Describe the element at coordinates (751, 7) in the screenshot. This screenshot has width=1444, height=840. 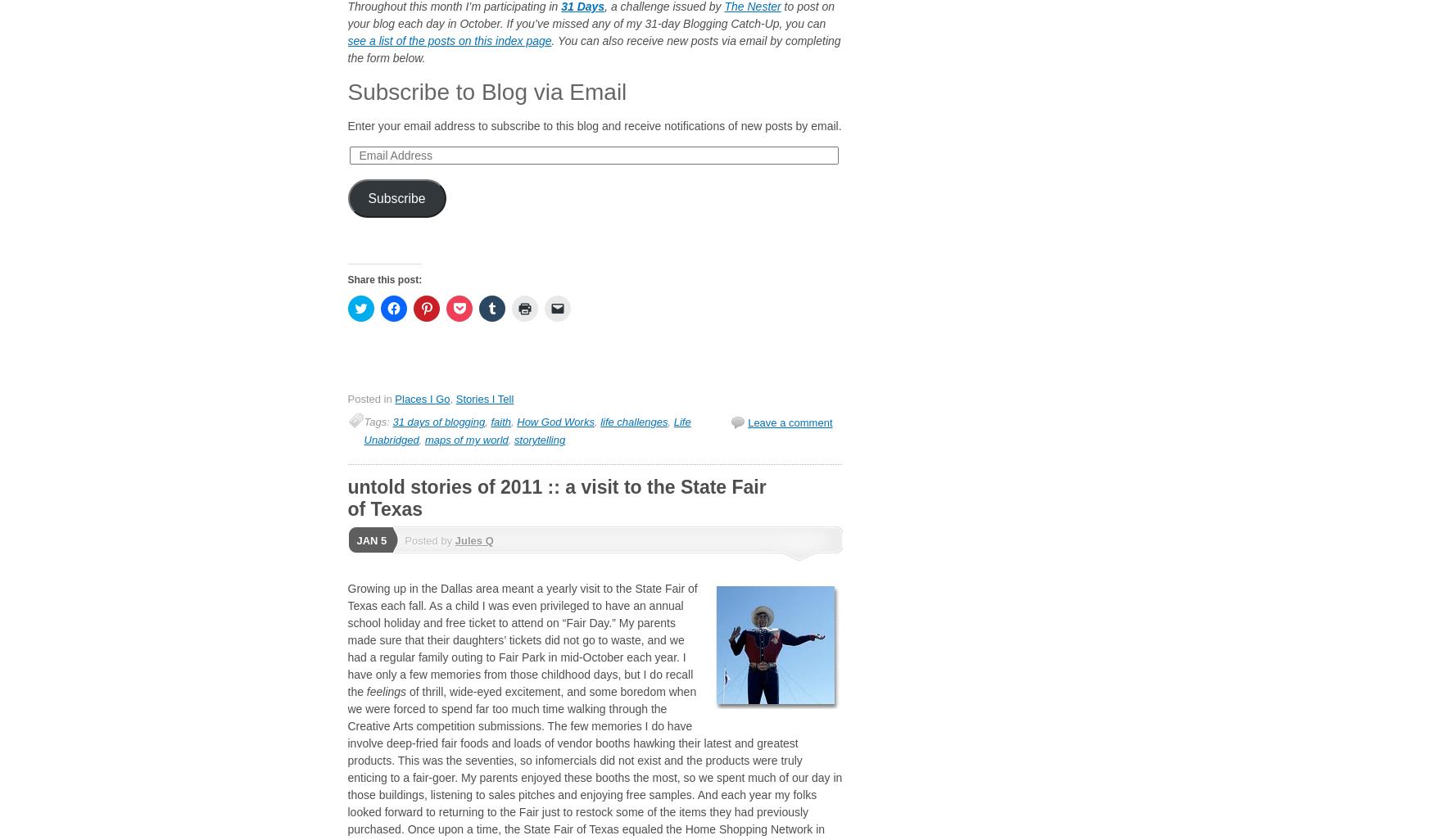
I see `'The Nester'` at that location.